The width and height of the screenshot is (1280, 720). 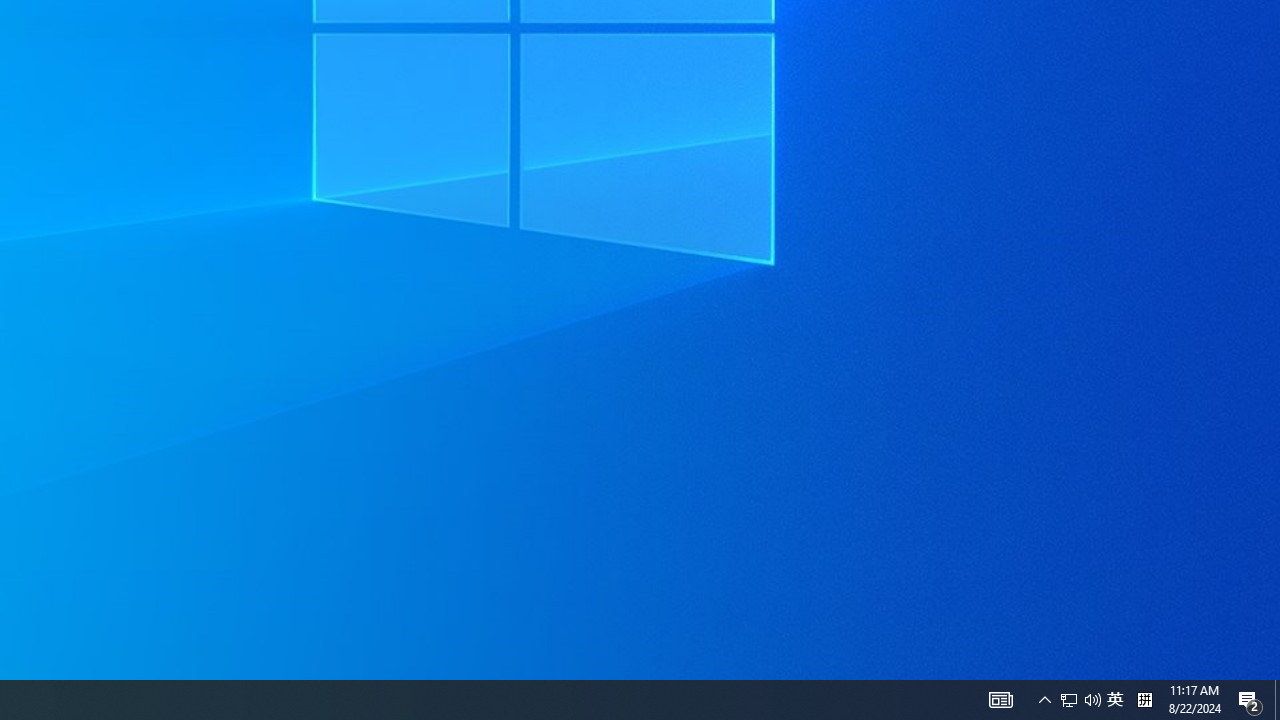 What do you see at coordinates (1092, 698) in the screenshot?
I see `'Q2790: 100%'` at bounding box center [1092, 698].